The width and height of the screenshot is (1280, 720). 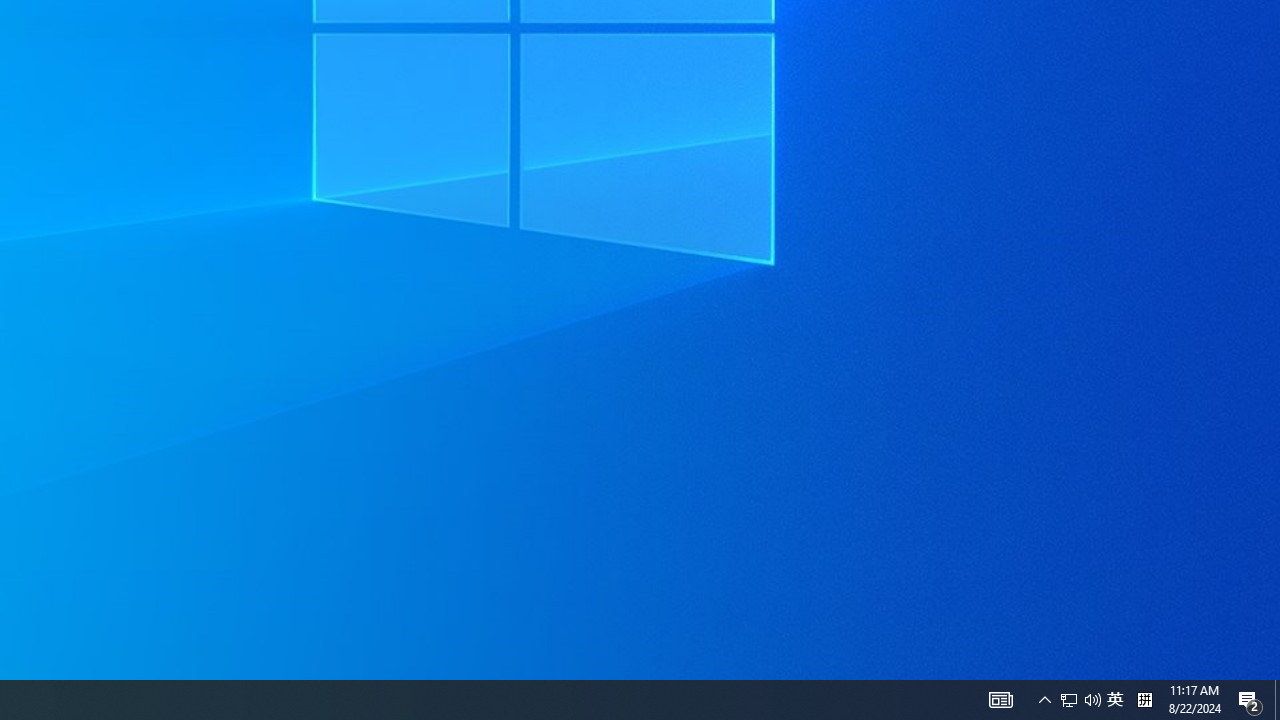 What do you see at coordinates (1092, 698) in the screenshot?
I see `'Q2790: 100%'` at bounding box center [1092, 698].